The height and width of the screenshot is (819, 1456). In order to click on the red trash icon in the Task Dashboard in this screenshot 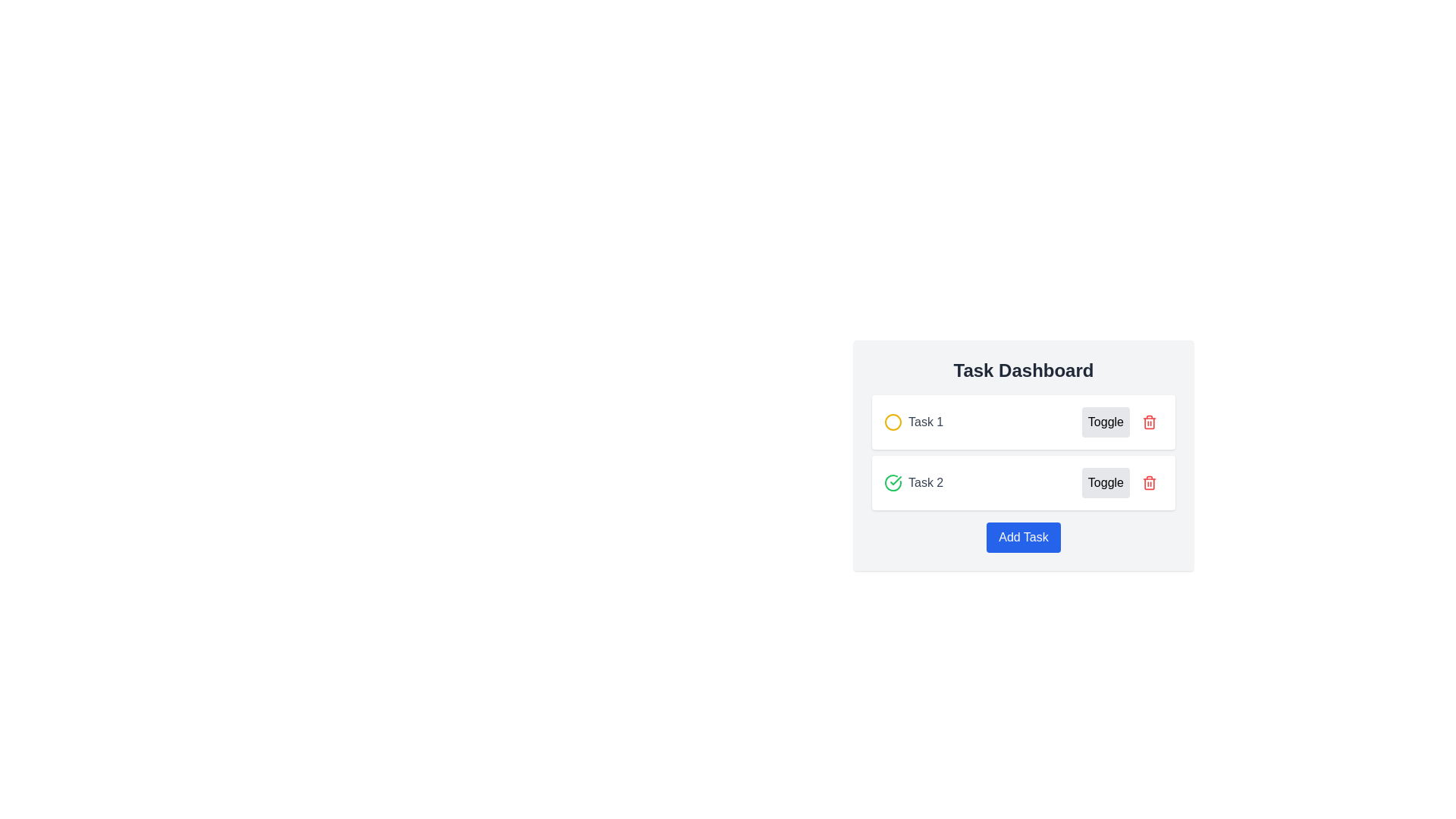, I will do `click(1150, 482)`.